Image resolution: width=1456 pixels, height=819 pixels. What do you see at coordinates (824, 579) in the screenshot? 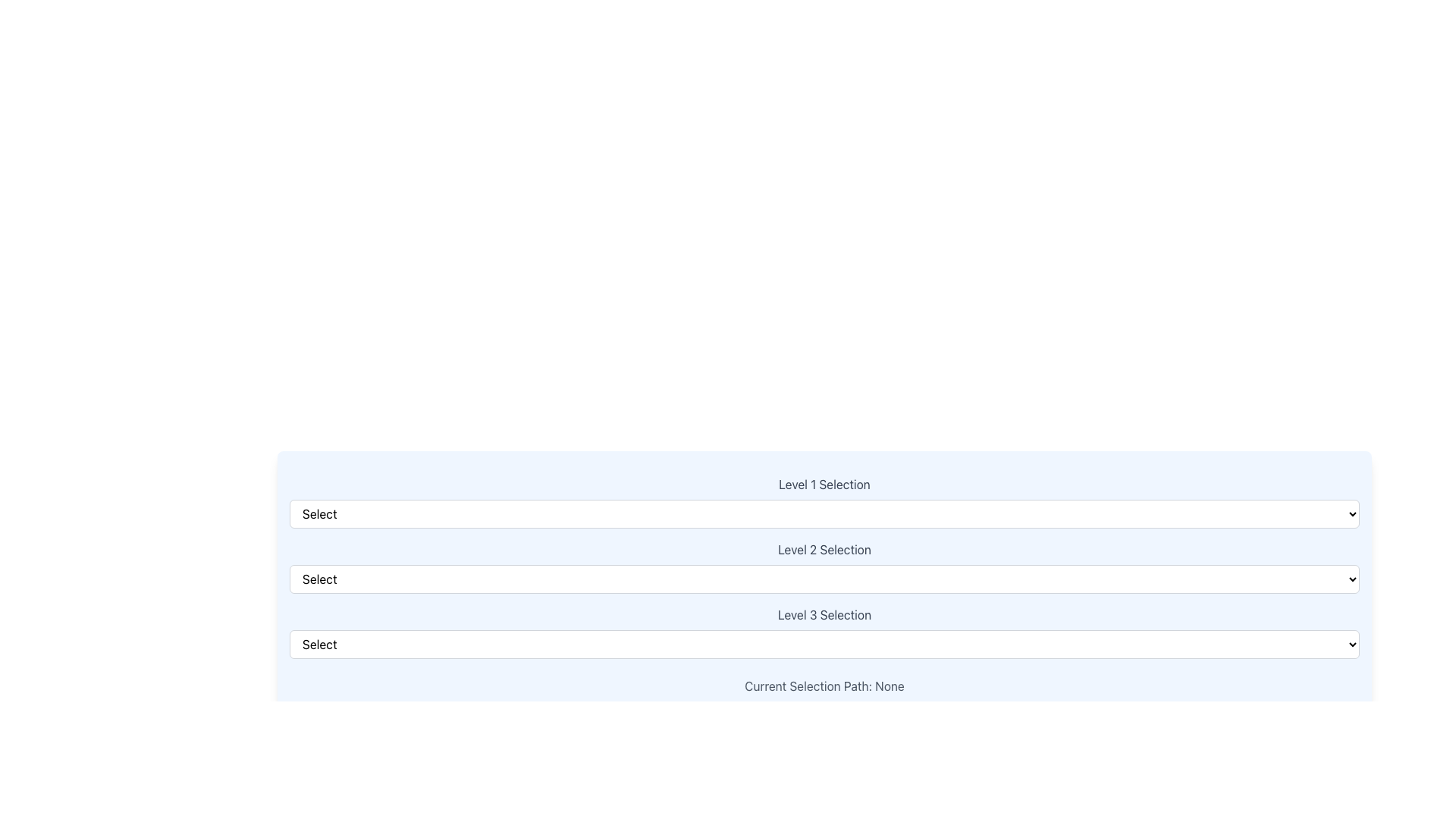
I see `the Dropdown menu for 'Level 2 Selection' to focus on it` at bounding box center [824, 579].